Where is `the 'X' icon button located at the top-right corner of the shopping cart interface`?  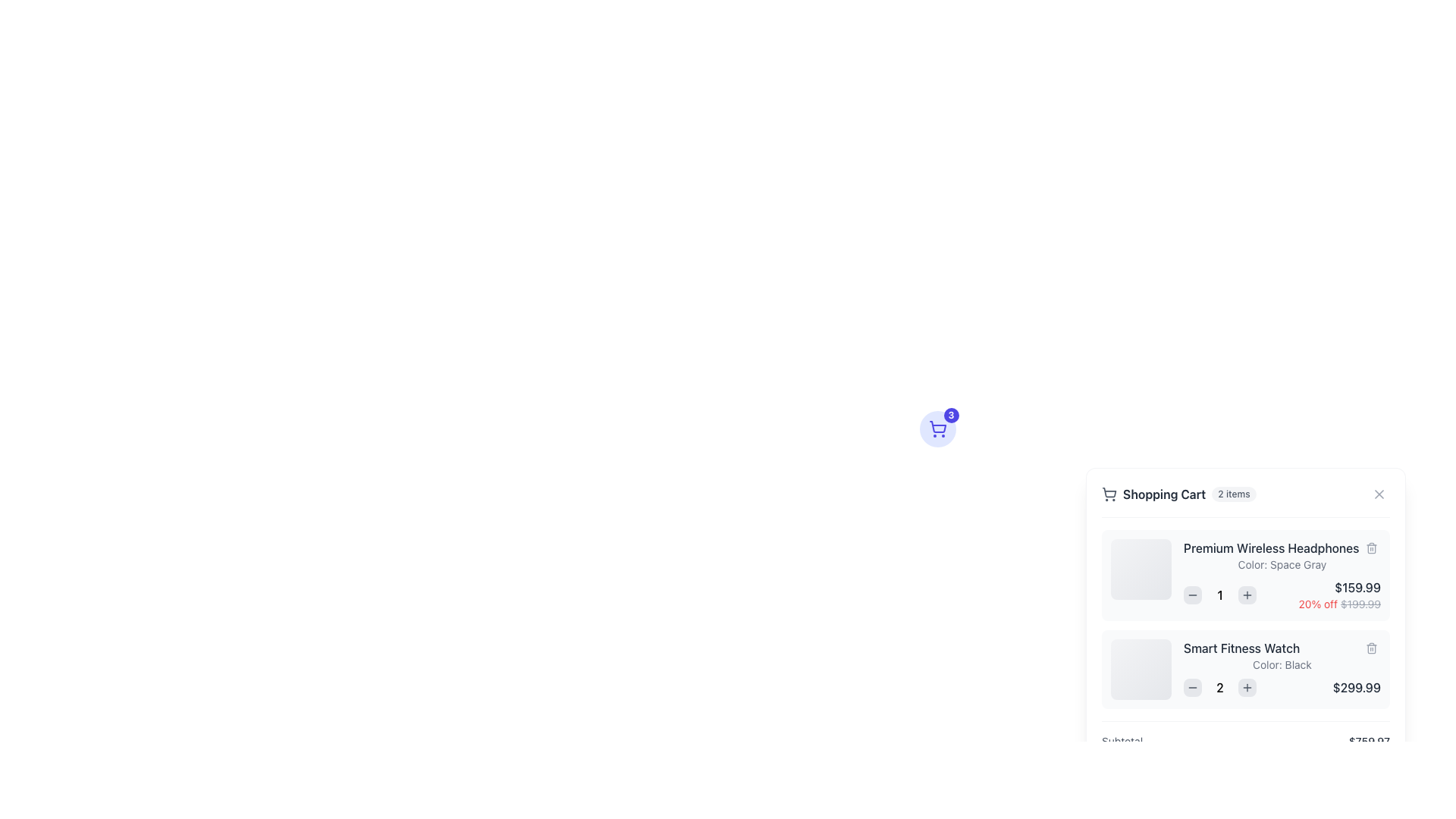
the 'X' icon button located at the top-right corner of the shopping cart interface is located at coordinates (1379, 494).